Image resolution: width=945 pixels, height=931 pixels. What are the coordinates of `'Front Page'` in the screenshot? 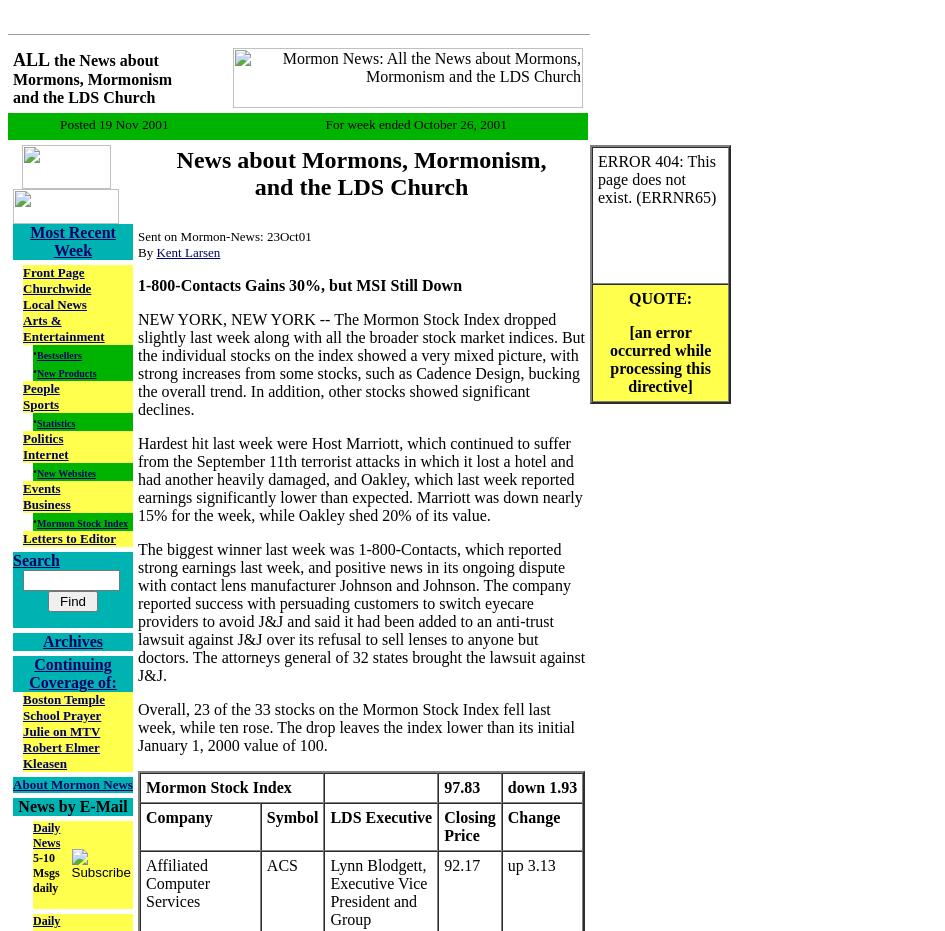 It's located at (53, 270).